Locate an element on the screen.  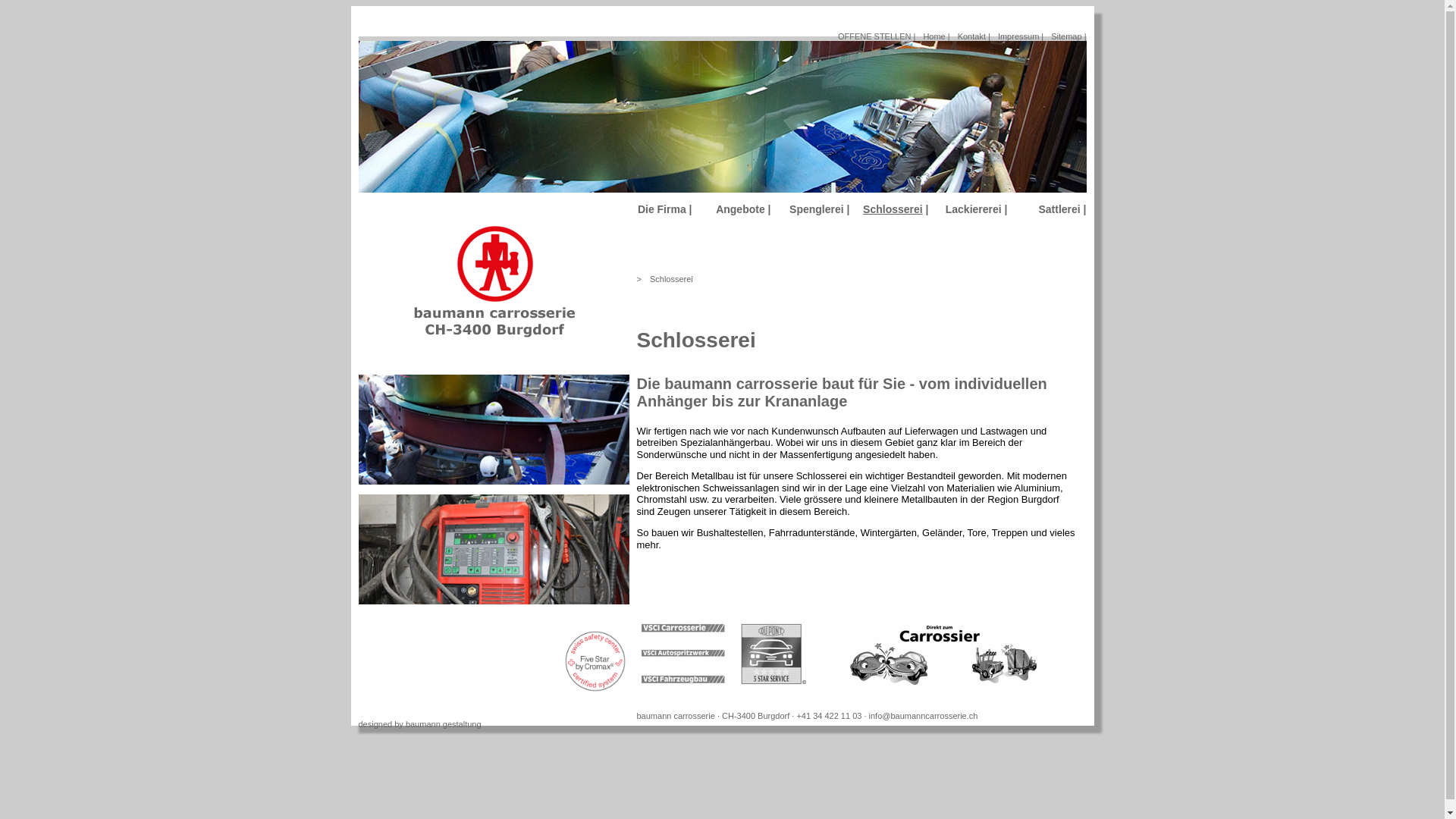
'Lackiererei' is located at coordinates (973, 209).